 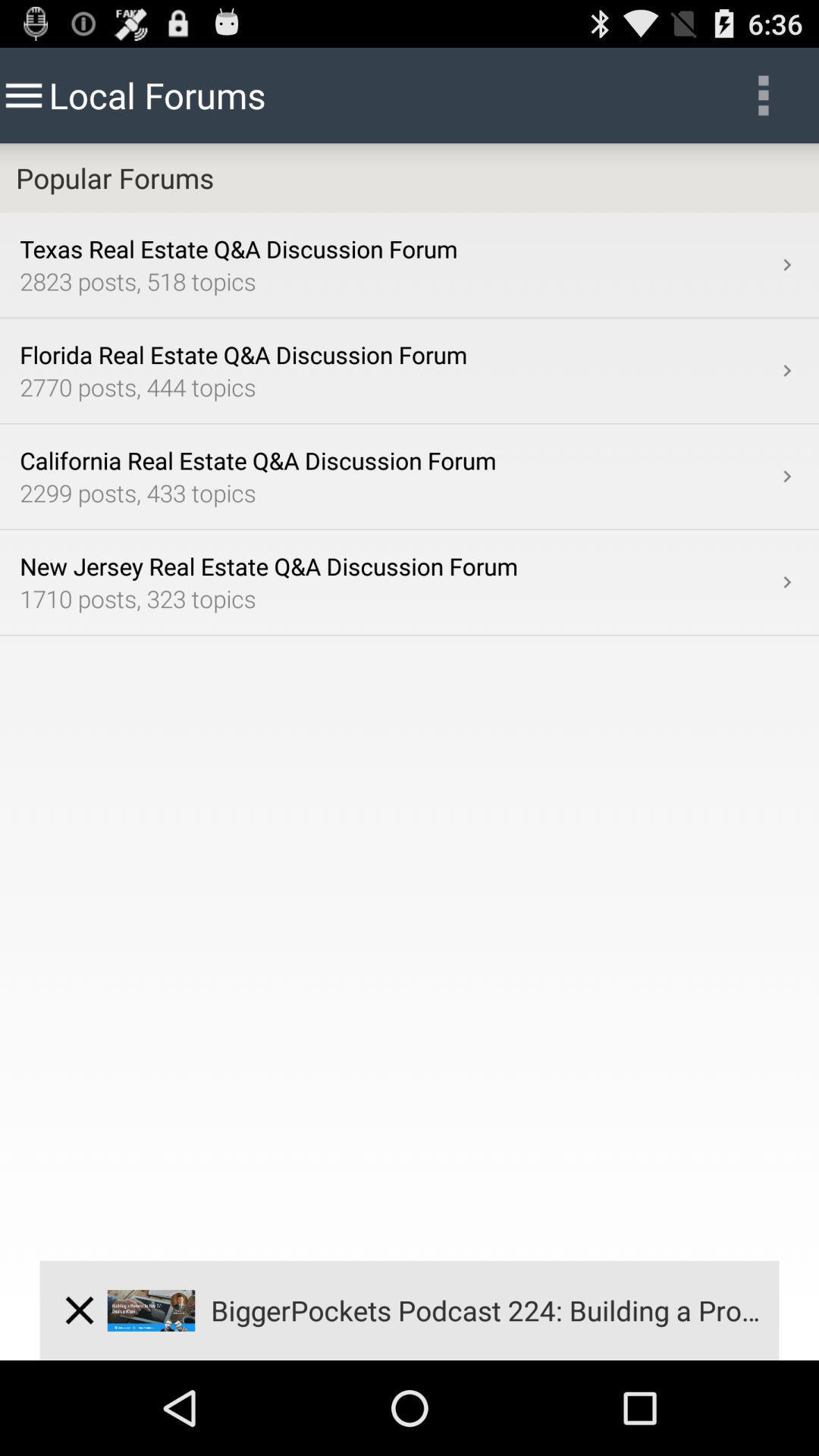 I want to click on the icon below the 2299 posts 433, so click(x=786, y=582).